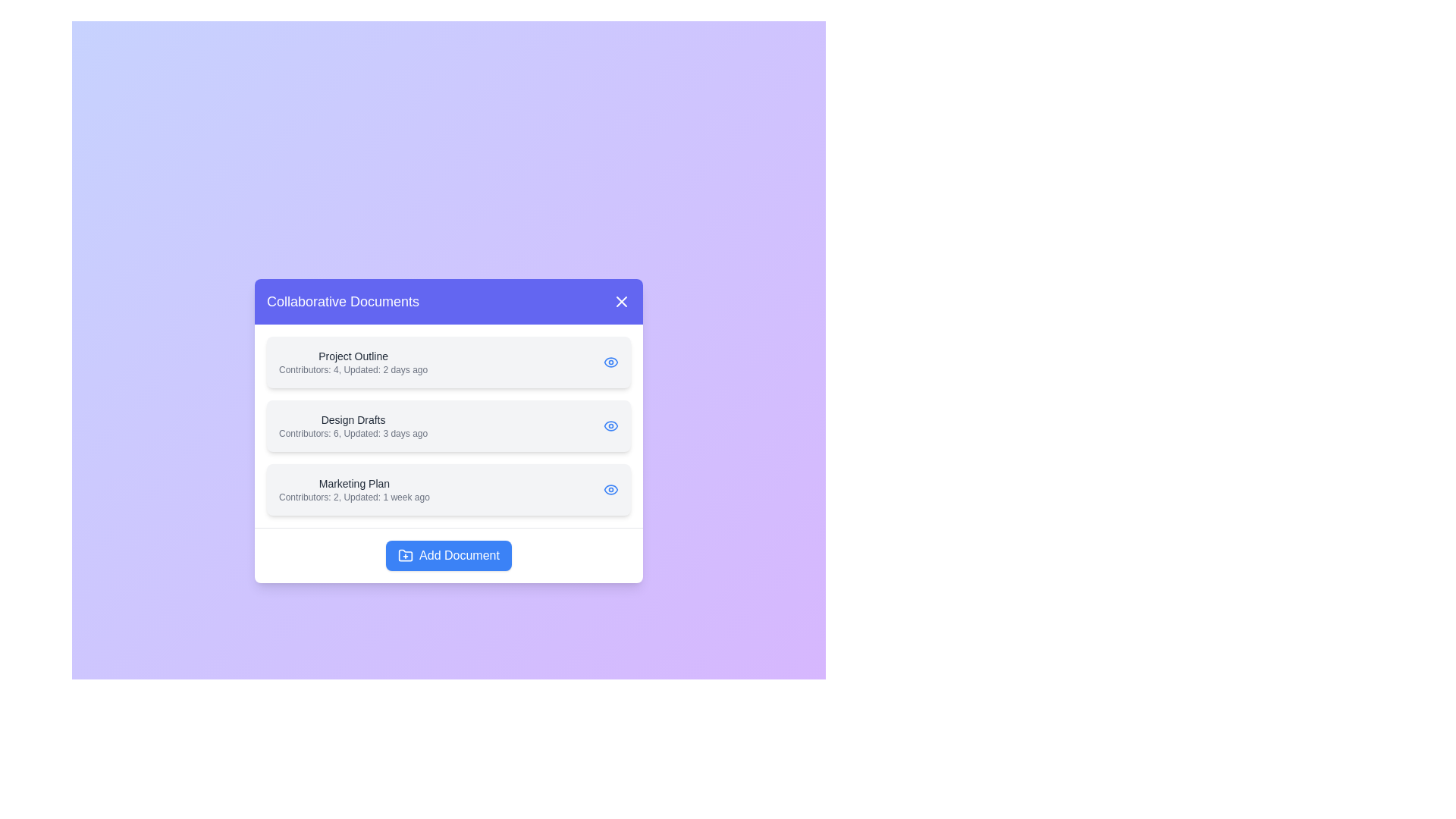  What do you see at coordinates (622, 301) in the screenshot?
I see `the close button (X) in the top-right corner of the modal to close it` at bounding box center [622, 301].